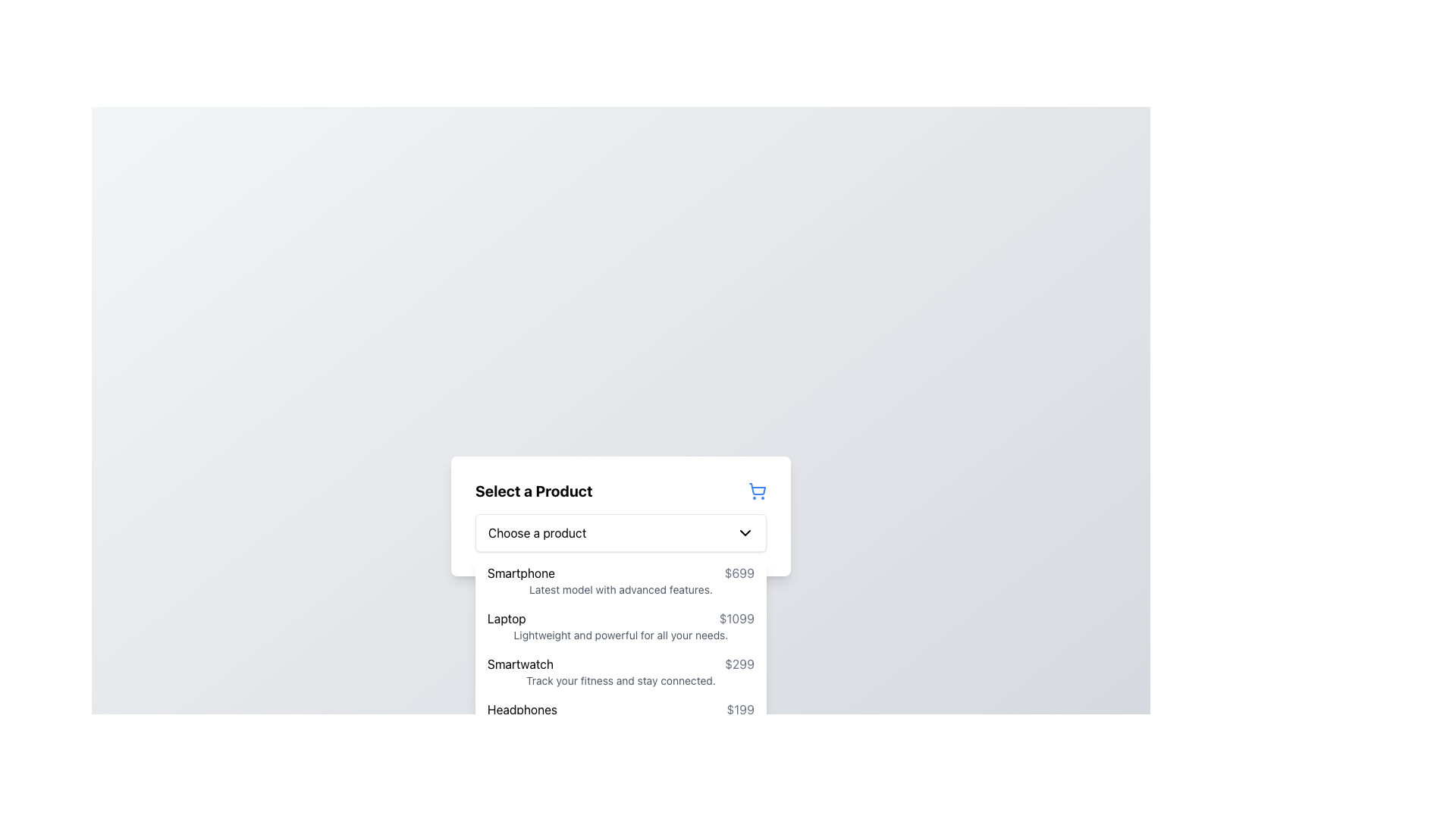  Describe the element at coordinates (520, 663) in the screenshot. I see `the associated product by clicking on the text label 'Smartwatch', which is styled in bold and located near the top of the product list` at that location.